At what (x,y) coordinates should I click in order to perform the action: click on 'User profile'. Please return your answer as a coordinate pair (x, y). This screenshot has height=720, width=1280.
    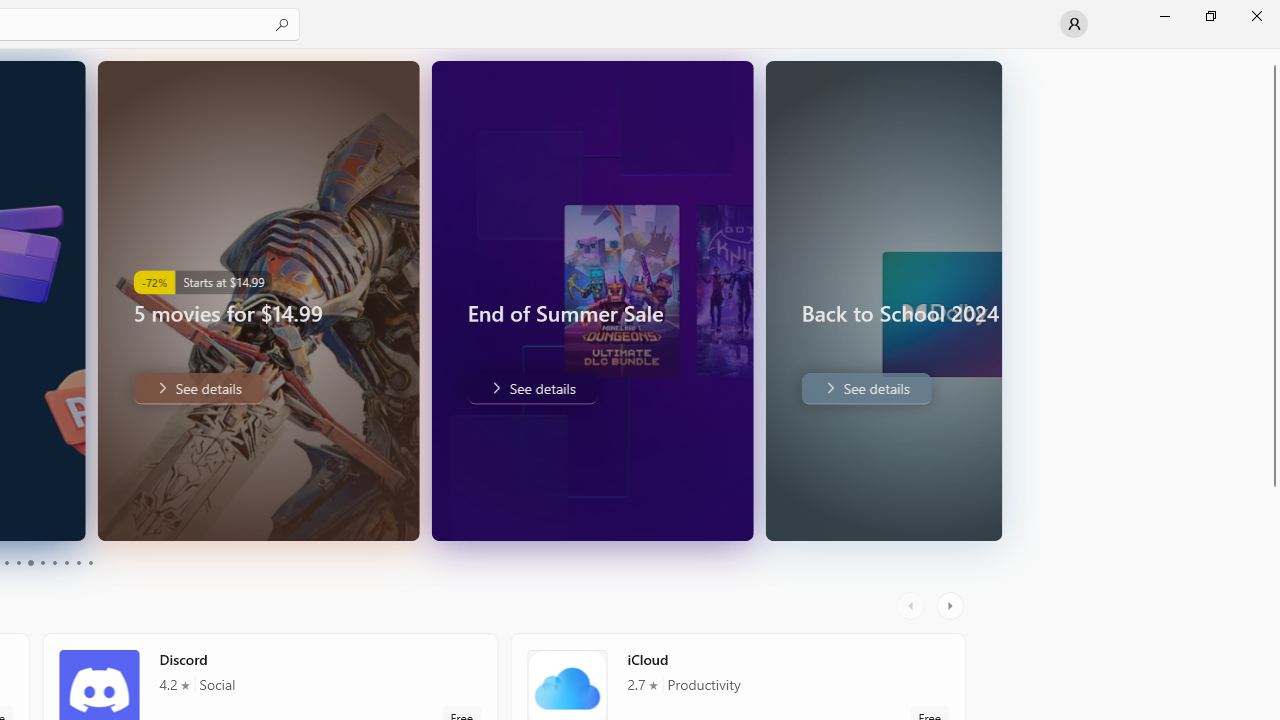
    Looking at the image, I should click on (1072, 24).